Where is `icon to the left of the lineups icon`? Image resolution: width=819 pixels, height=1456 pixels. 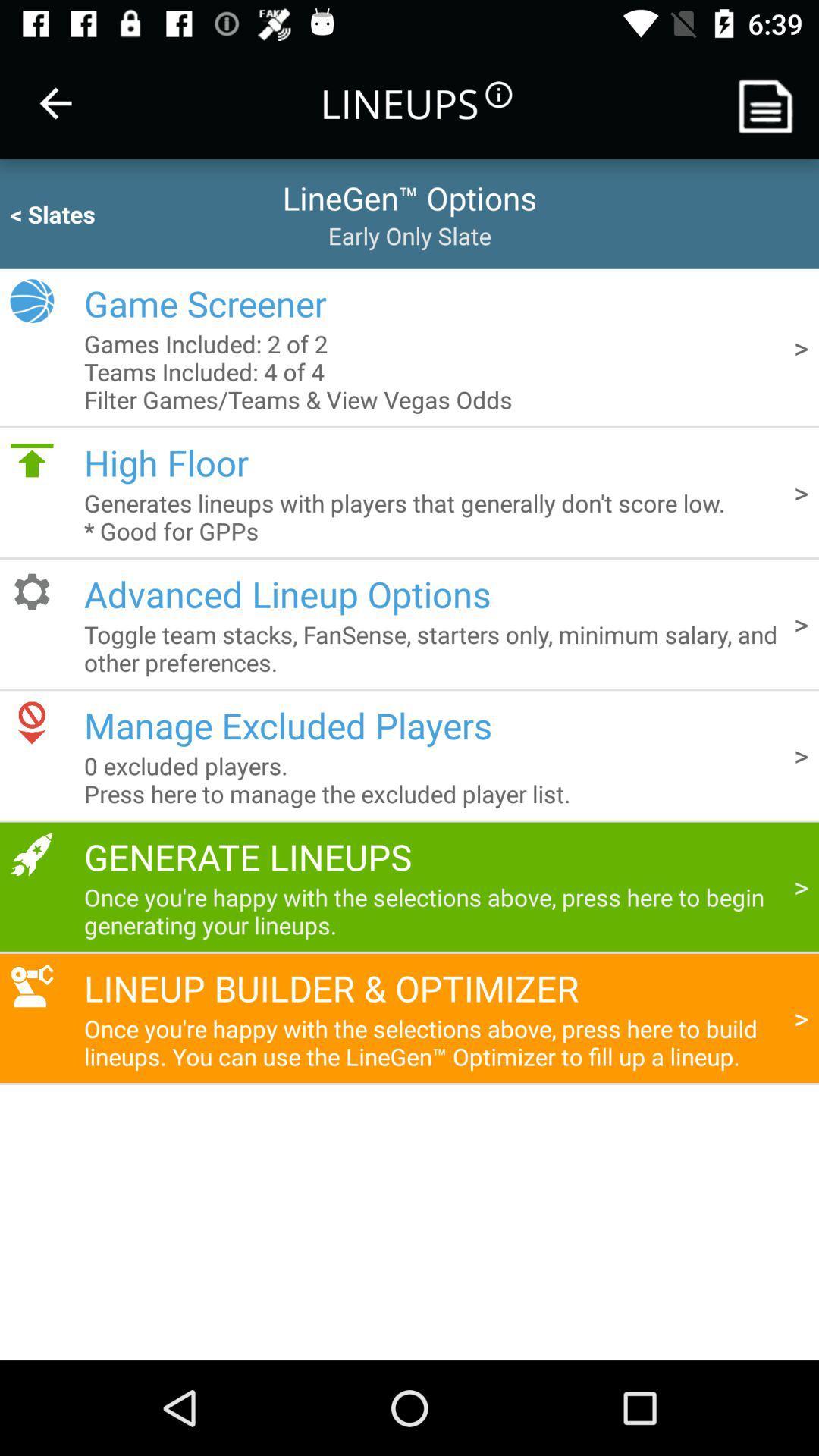 icon to the left of the lineups icon is located at coordinates (55, 102).